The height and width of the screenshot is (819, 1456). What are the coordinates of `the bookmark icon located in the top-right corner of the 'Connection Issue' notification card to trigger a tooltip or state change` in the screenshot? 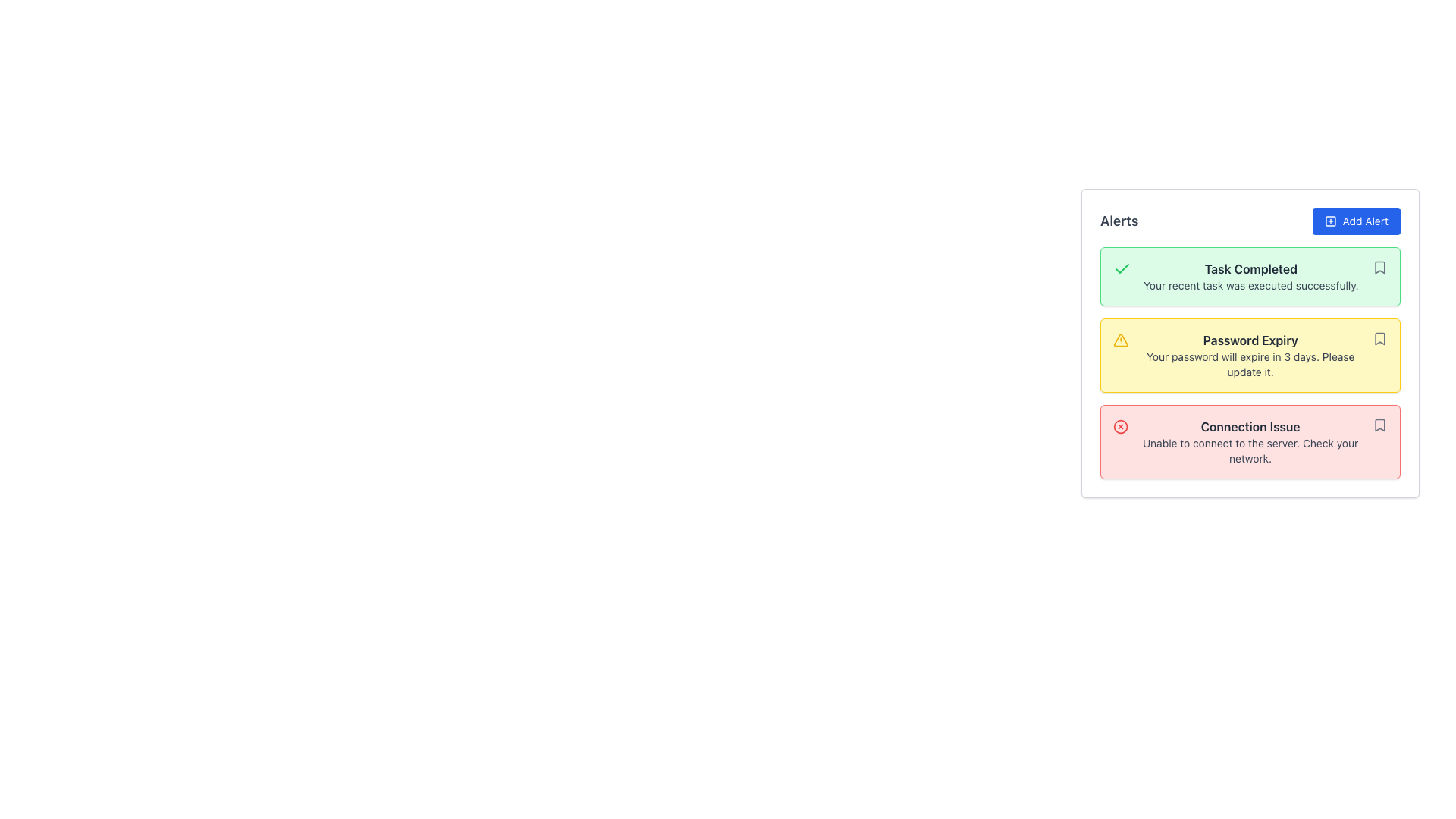 It's located at (1379, 425).